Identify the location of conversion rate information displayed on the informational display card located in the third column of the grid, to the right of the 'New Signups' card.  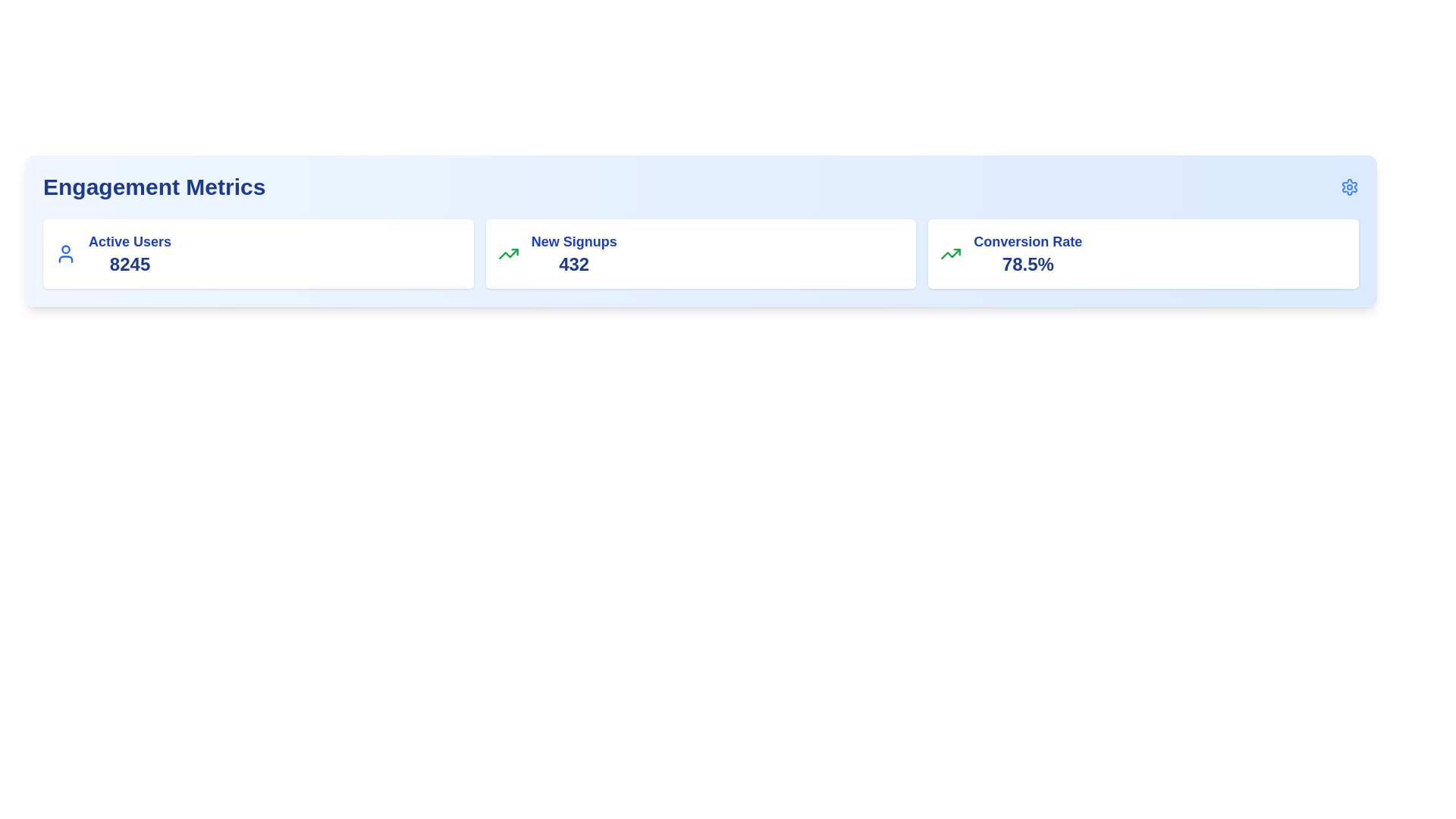
(1144, 253).